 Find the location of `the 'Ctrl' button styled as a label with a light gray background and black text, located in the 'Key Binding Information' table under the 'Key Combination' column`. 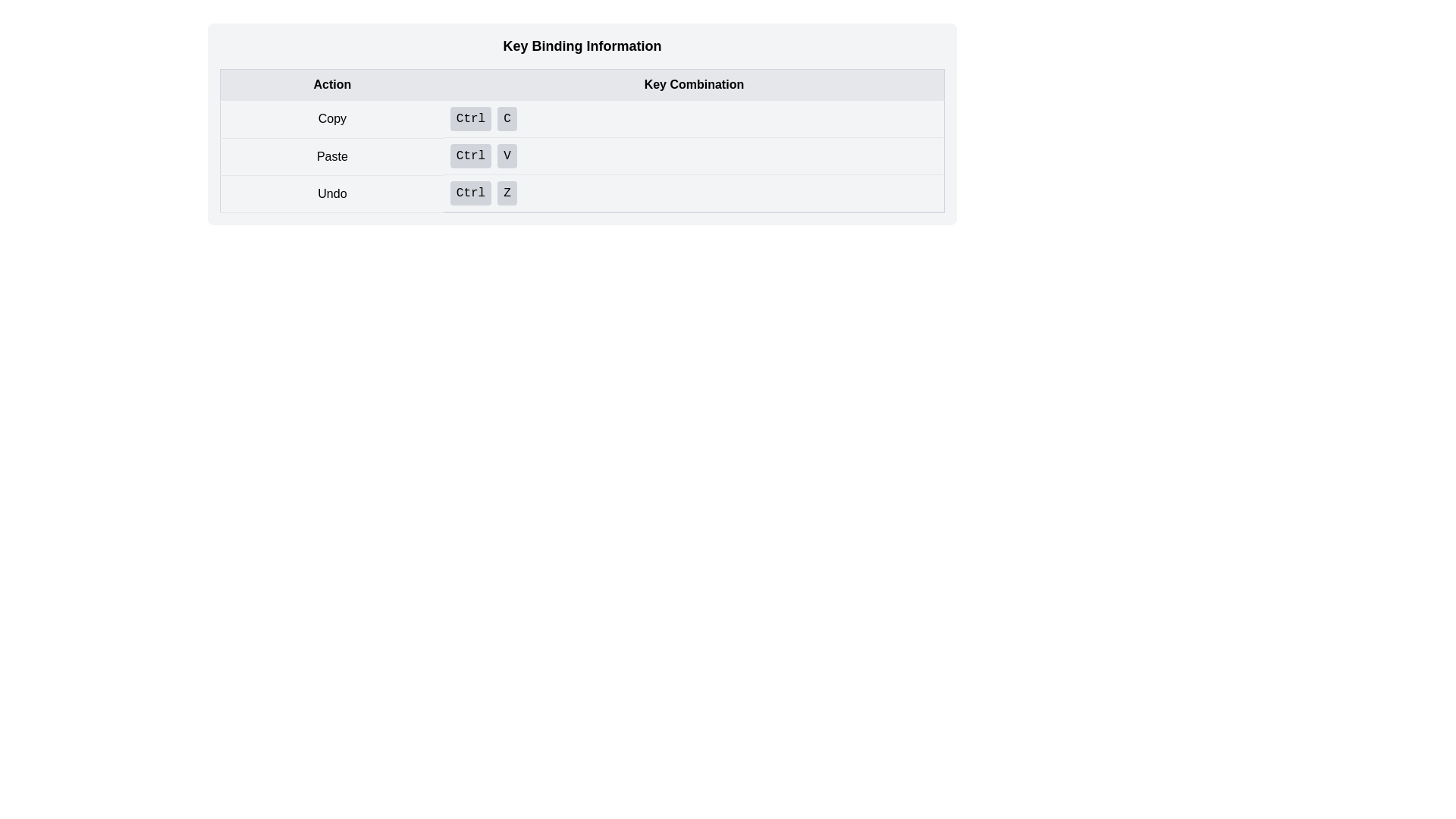

the 'Ctrl' button styled as a label with a light gray background and black text, located in the 'Key Binding Information' table under the 'Key Combination' column is located at coordinates (469, 118).